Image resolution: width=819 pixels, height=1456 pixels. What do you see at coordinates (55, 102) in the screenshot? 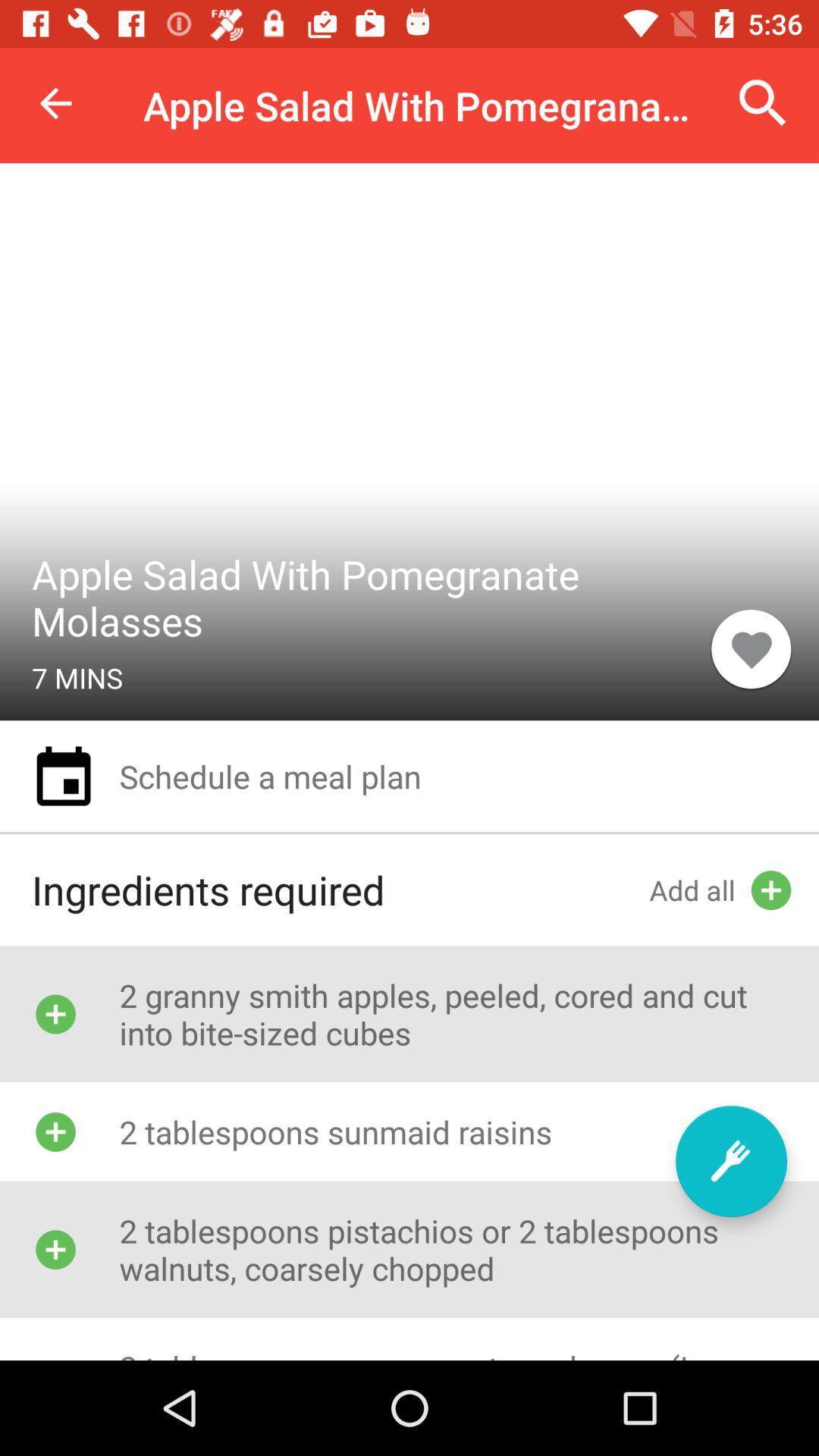
I see `the item to the left of apple salad with icon` at bounding box center [55, 102].